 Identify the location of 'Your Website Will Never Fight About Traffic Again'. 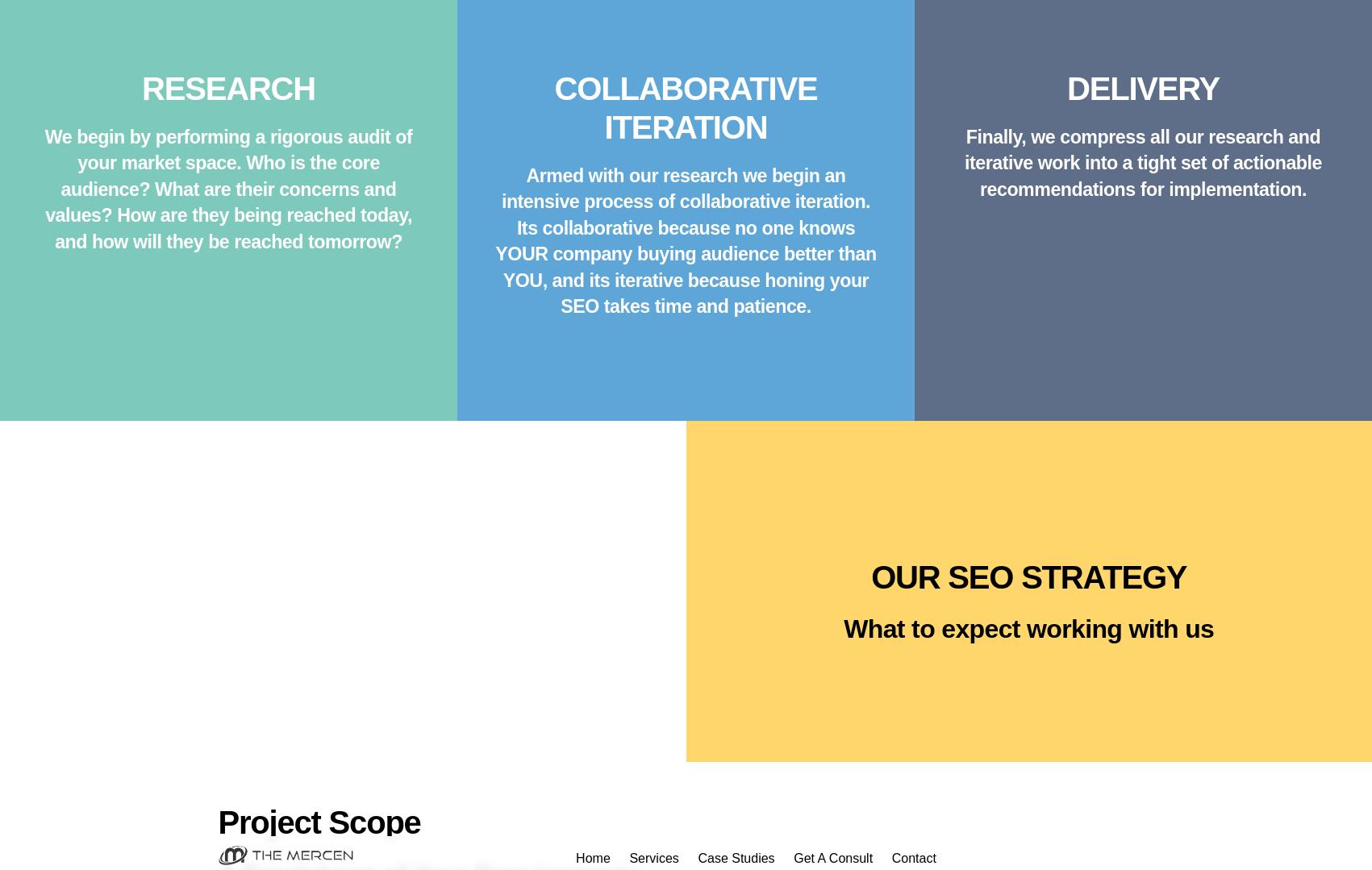
(685, 500).